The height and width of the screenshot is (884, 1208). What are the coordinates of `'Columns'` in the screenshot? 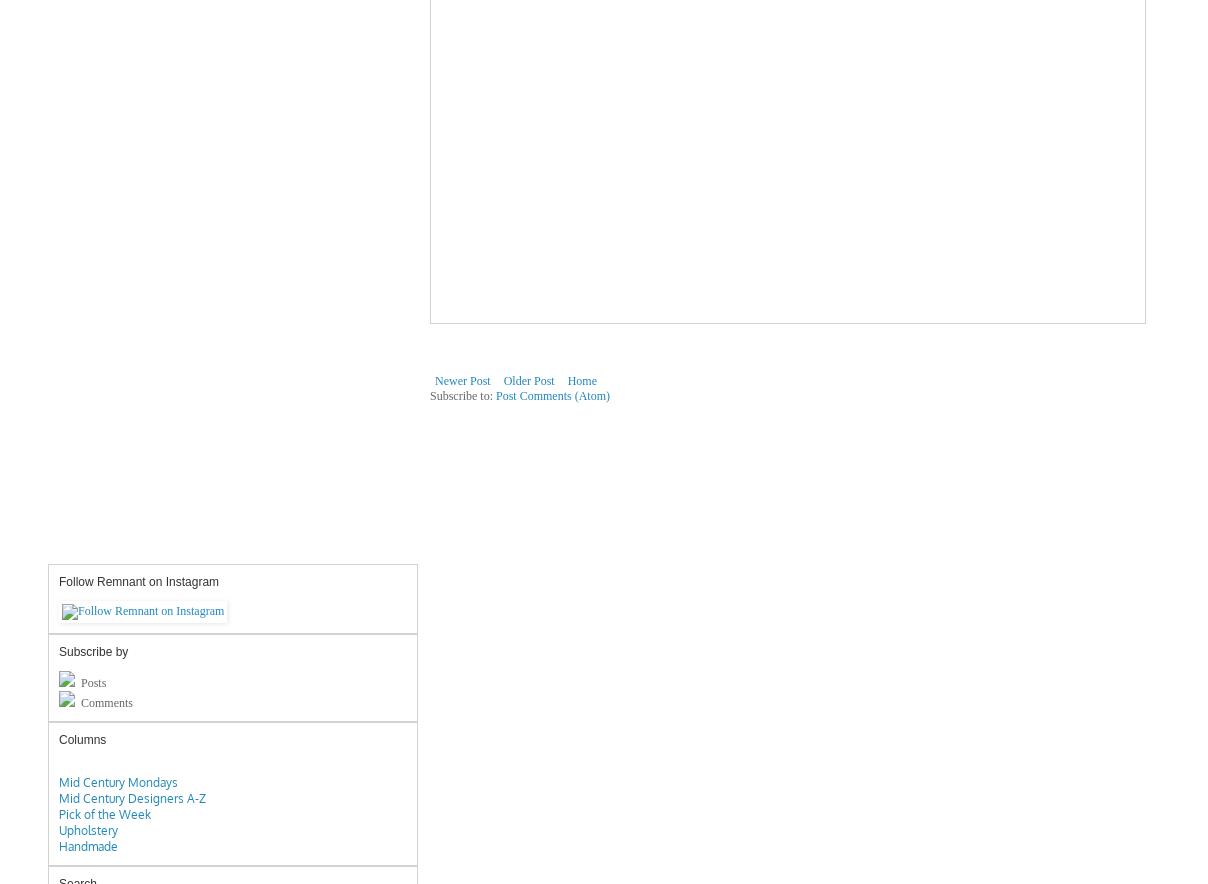 It's located at (81, 739).